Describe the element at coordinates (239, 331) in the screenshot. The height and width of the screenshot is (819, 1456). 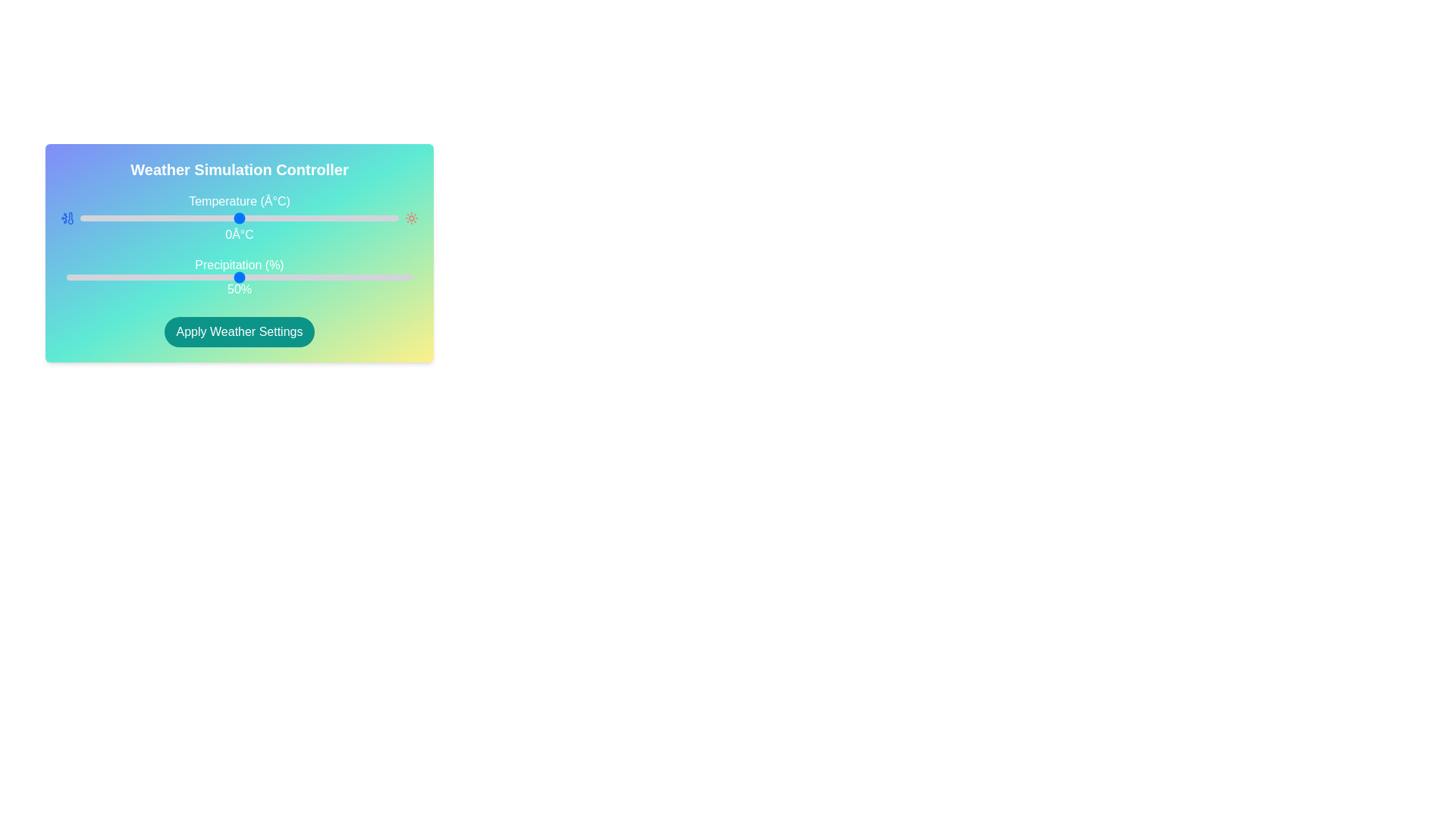
I see `the 'Apply Weather Settings' button` at that location.